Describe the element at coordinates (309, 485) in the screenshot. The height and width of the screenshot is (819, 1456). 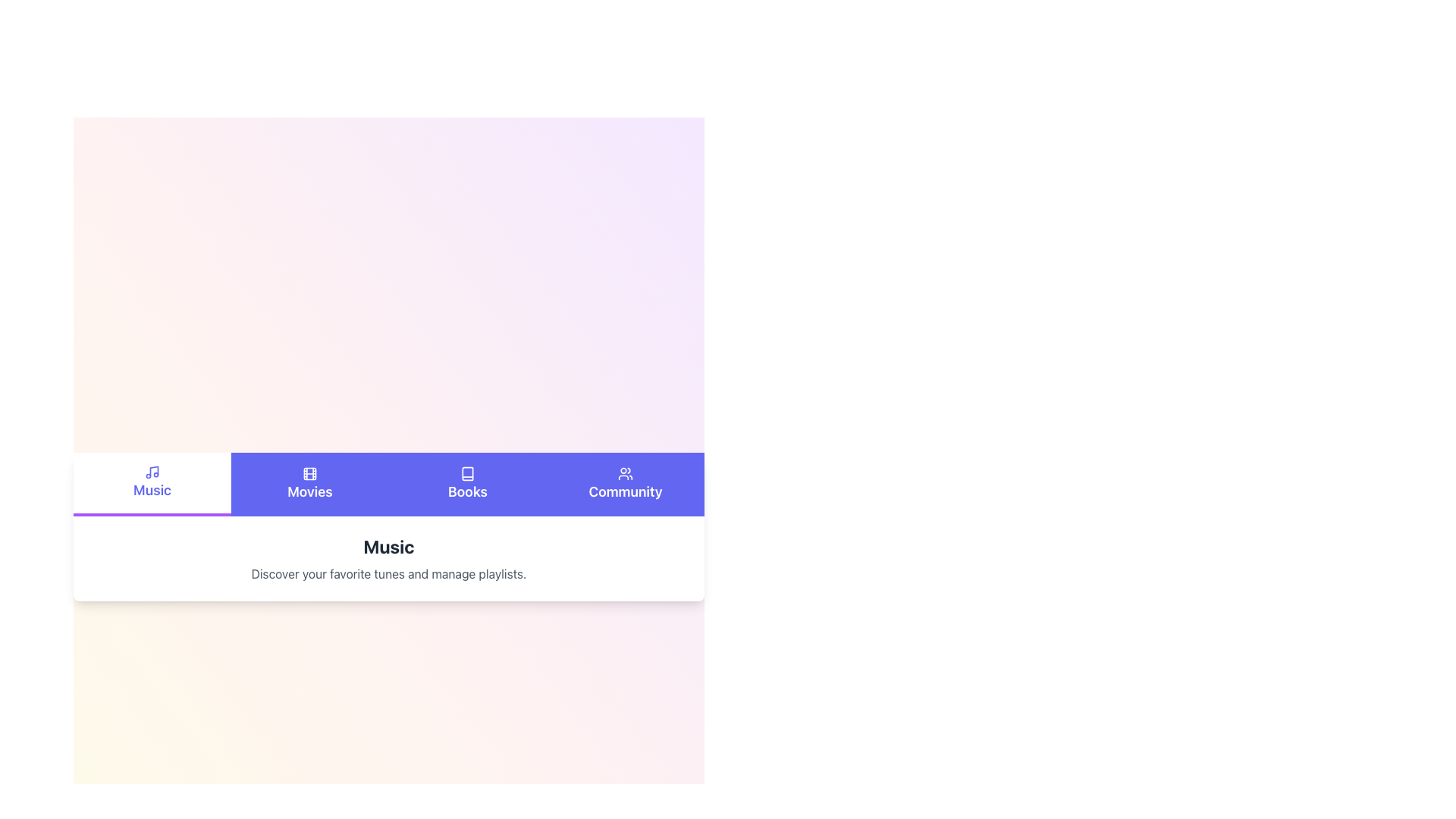
I see `the 'Movies' button, which features a film reel icon and is located in the second position of the navigation bar` at that location.